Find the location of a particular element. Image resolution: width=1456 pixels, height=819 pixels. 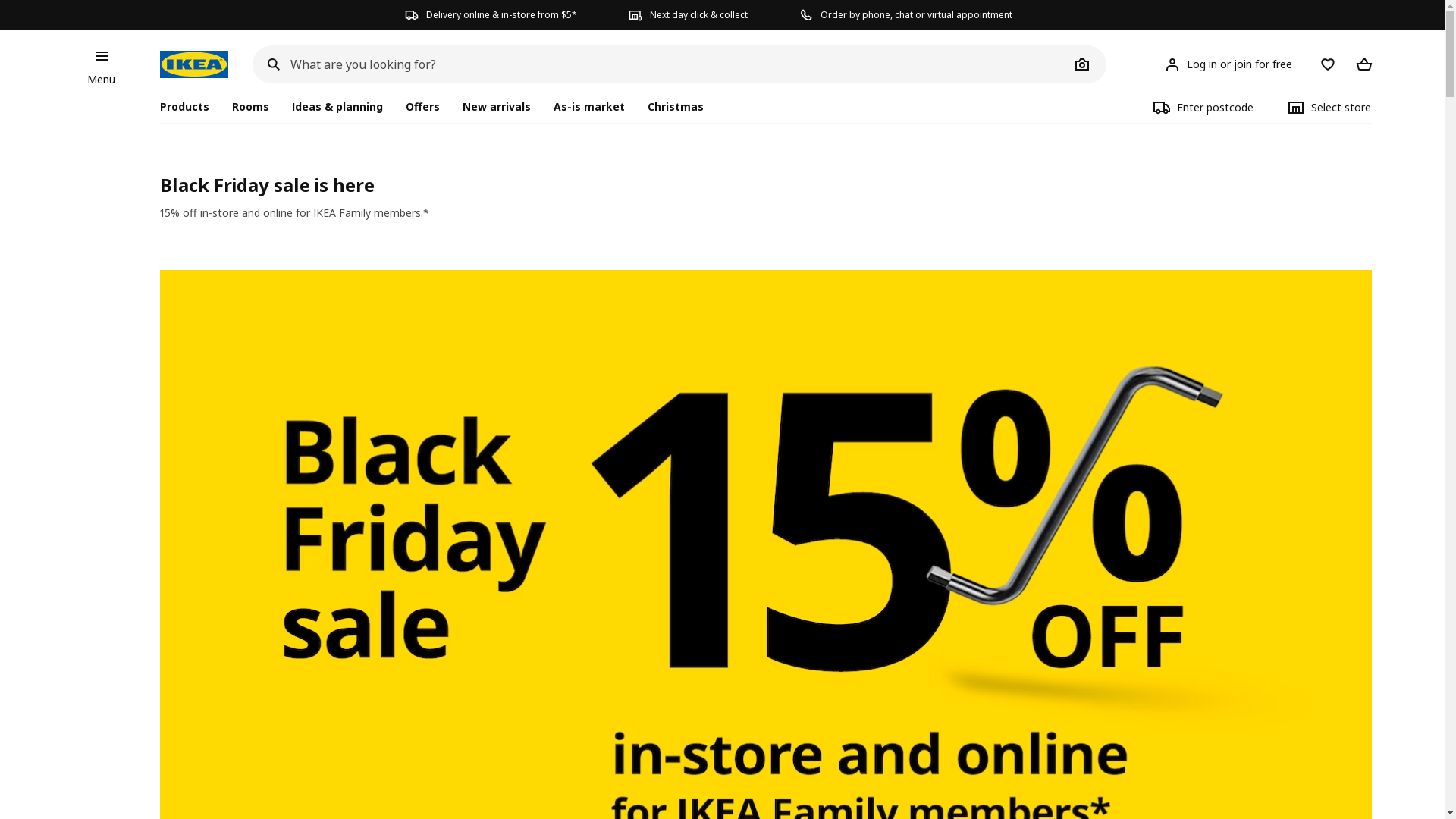

'New arrivals' is located at coordinates (496, 106).